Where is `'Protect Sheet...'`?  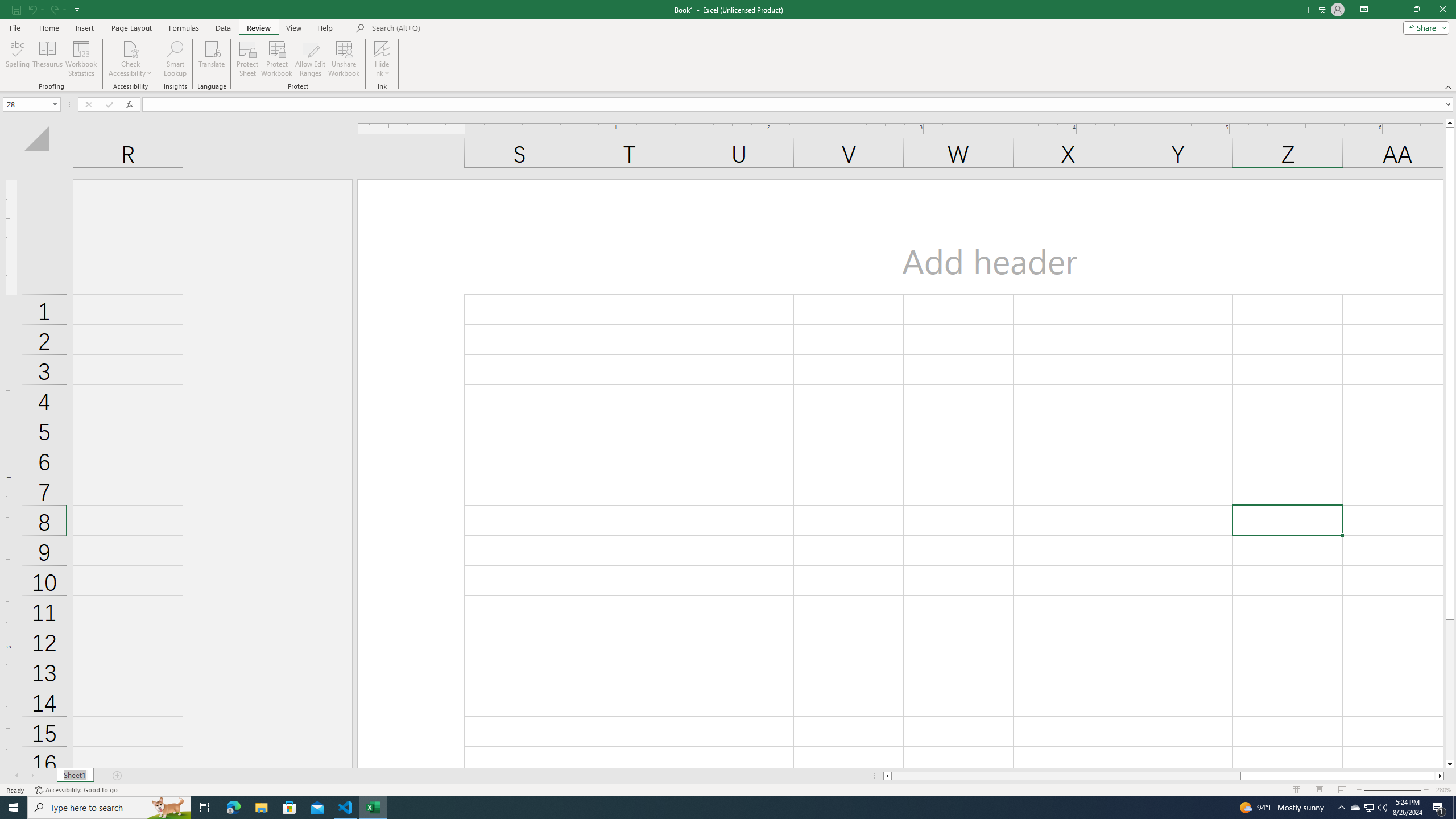 'Protect Sheet...' is located at coordinates (248, 59).